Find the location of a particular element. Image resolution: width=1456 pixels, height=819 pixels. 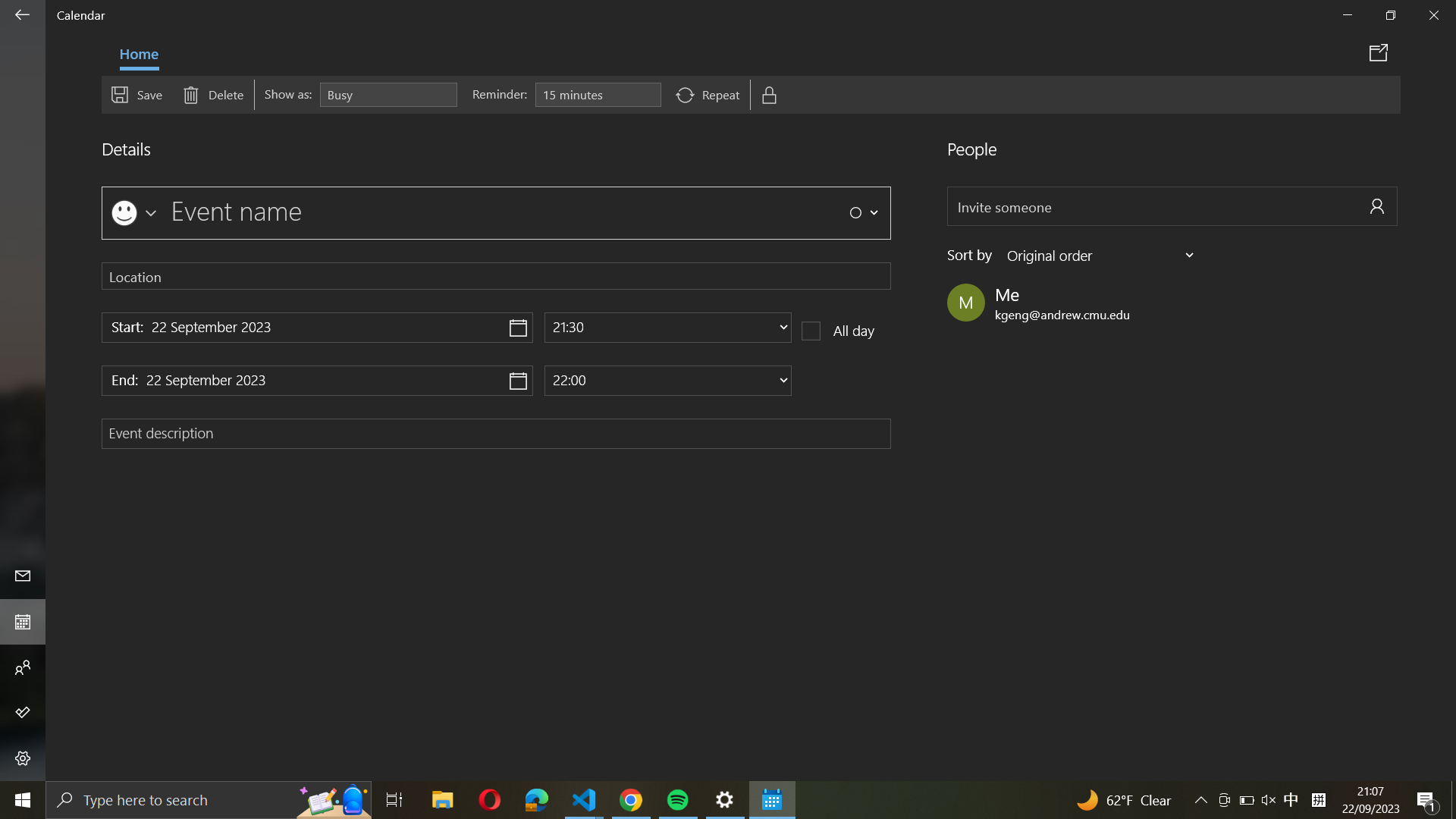

Assign "22 December 2020" as the beginning date of the event is located at coordinates (316, 327).